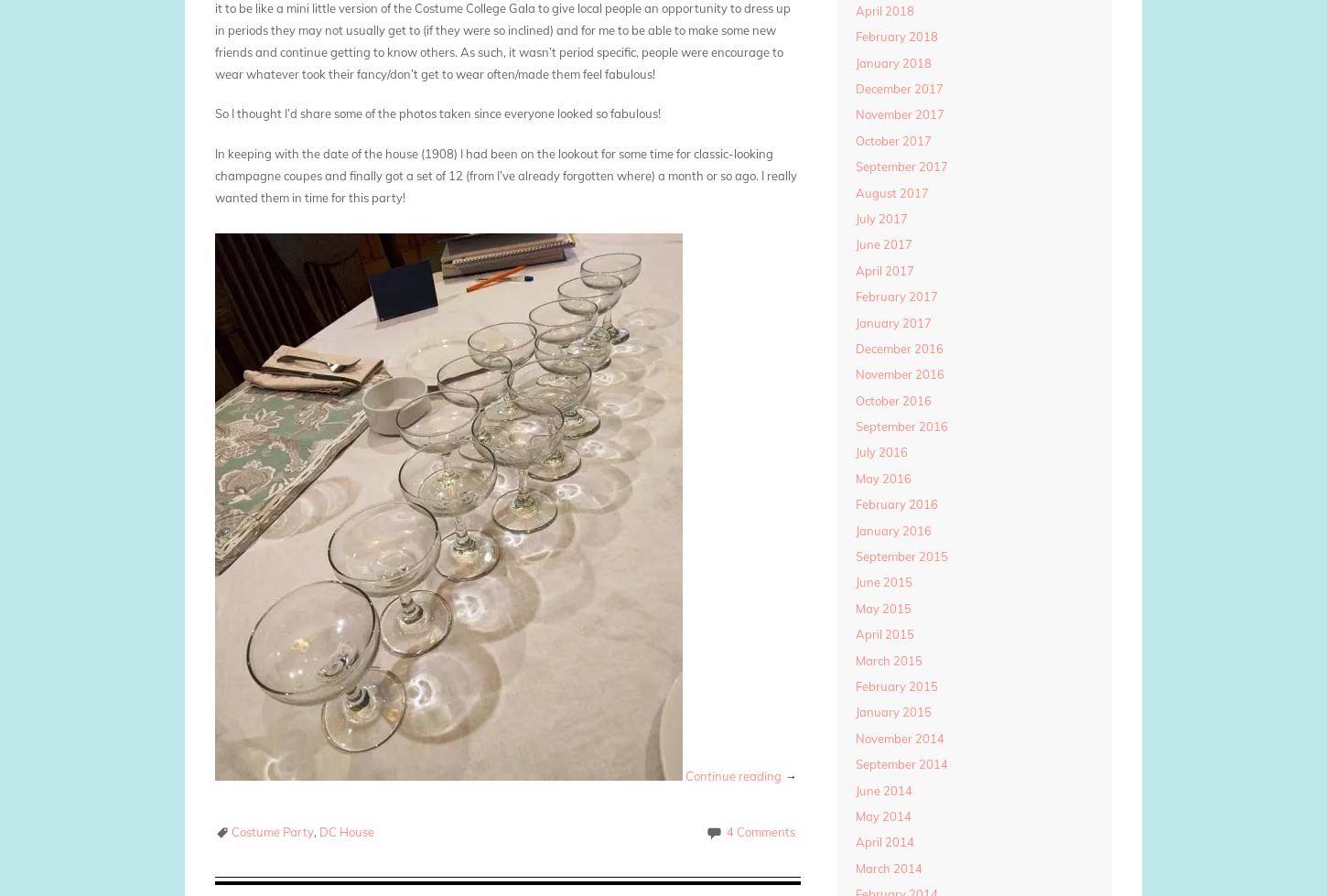 The height and width of the screenshot is (896, 1327). I want to click on 'December 2017', so click(898, 89).